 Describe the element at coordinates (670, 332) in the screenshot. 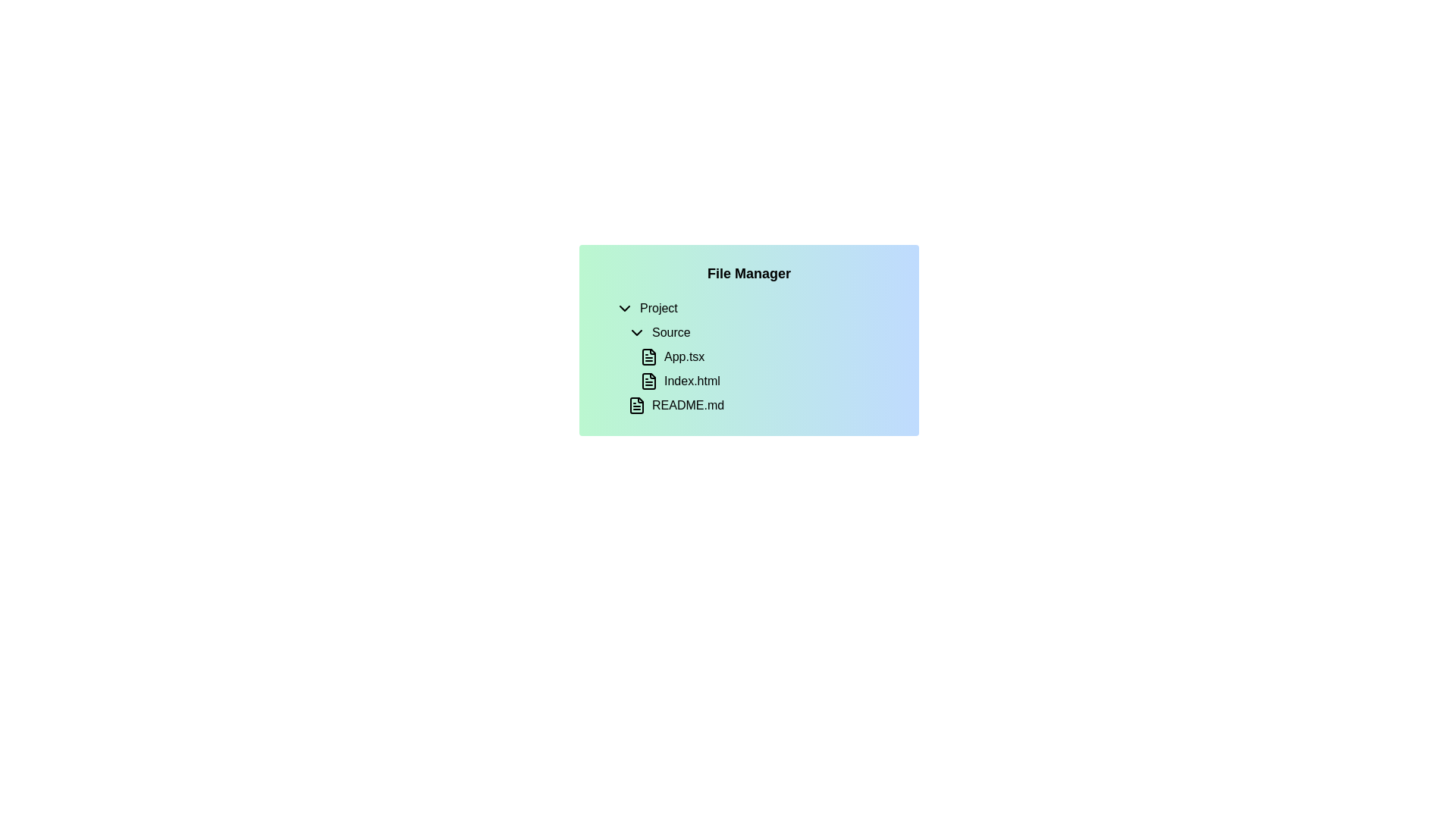

I see `the label for the 'Source' folder in the file manager interface` at that location.